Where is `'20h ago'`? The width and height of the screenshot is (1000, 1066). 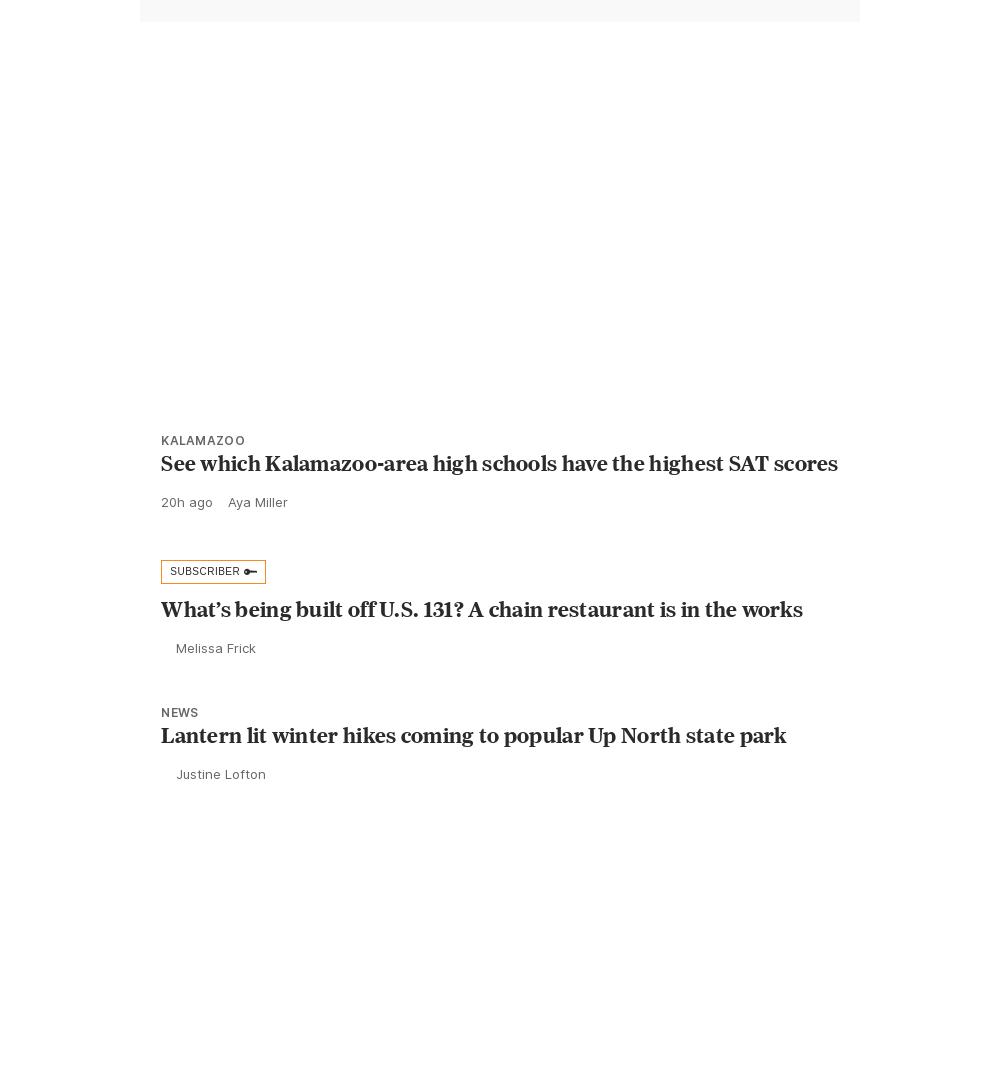
'20h ago' is located at coordinates (187, 545).